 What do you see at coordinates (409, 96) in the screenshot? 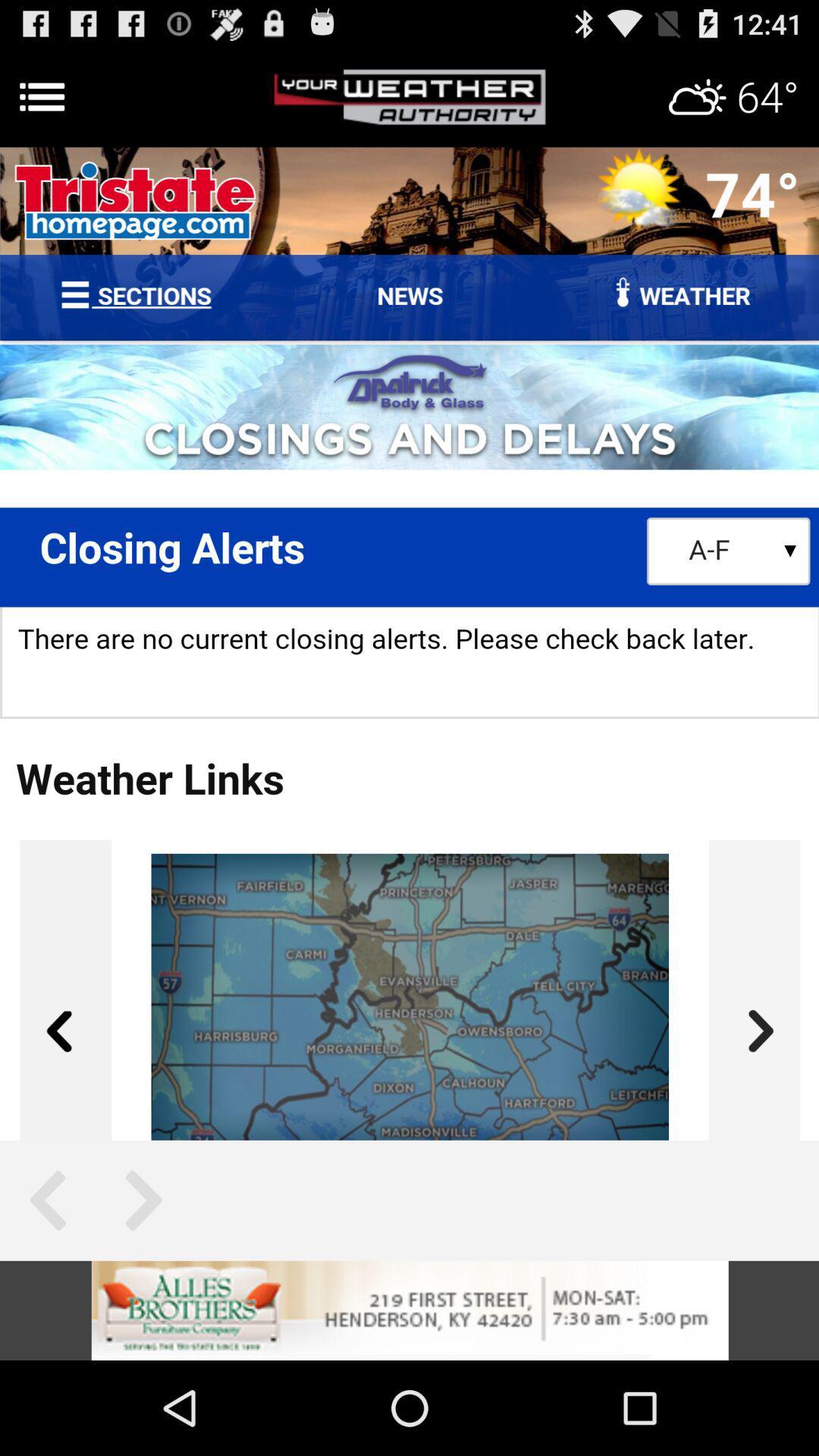
I see `advertisement page` at bounding box center [409, 96].